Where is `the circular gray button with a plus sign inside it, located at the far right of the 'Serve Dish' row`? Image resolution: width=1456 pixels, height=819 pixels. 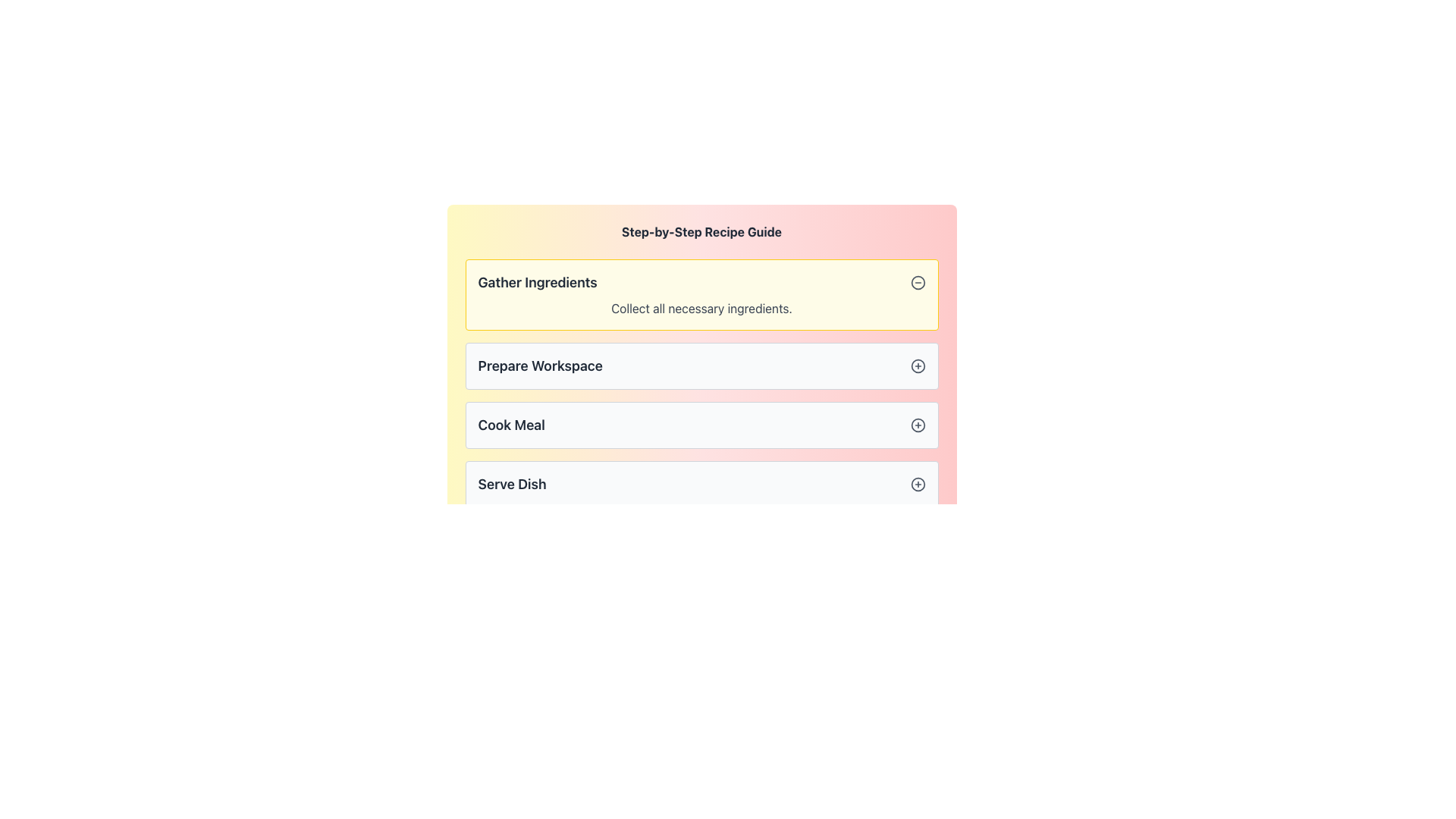 the circular gray button with a plus sign inside it, located at the far right of the 'Serve Dish' row is located at coordinates (917, 485).